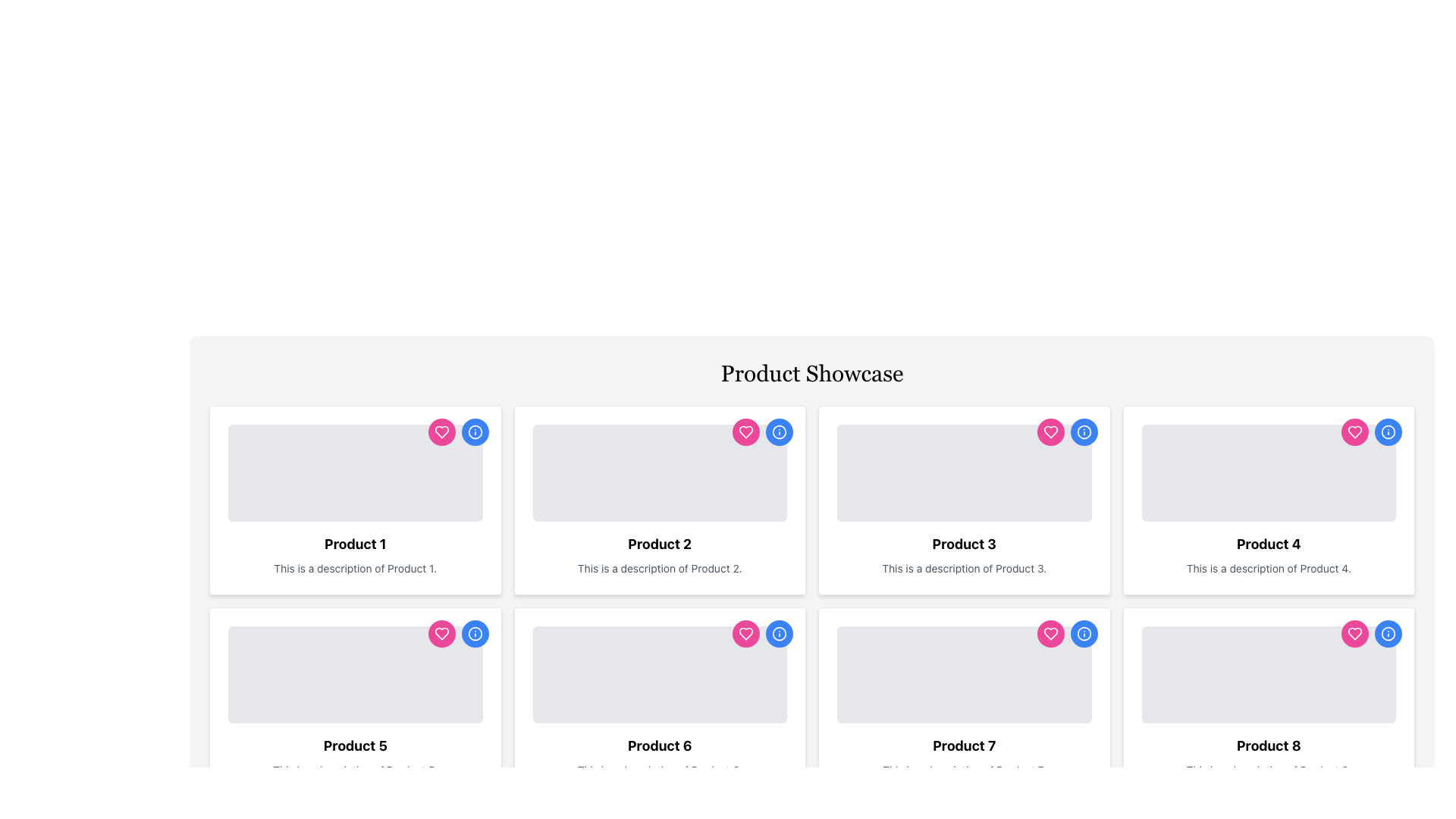 The image size is (1456, 819). Describe the element at coordinates (1354, 432) in the screenshot. I see `the heart-shaped icon with a pink outline located` at that location.